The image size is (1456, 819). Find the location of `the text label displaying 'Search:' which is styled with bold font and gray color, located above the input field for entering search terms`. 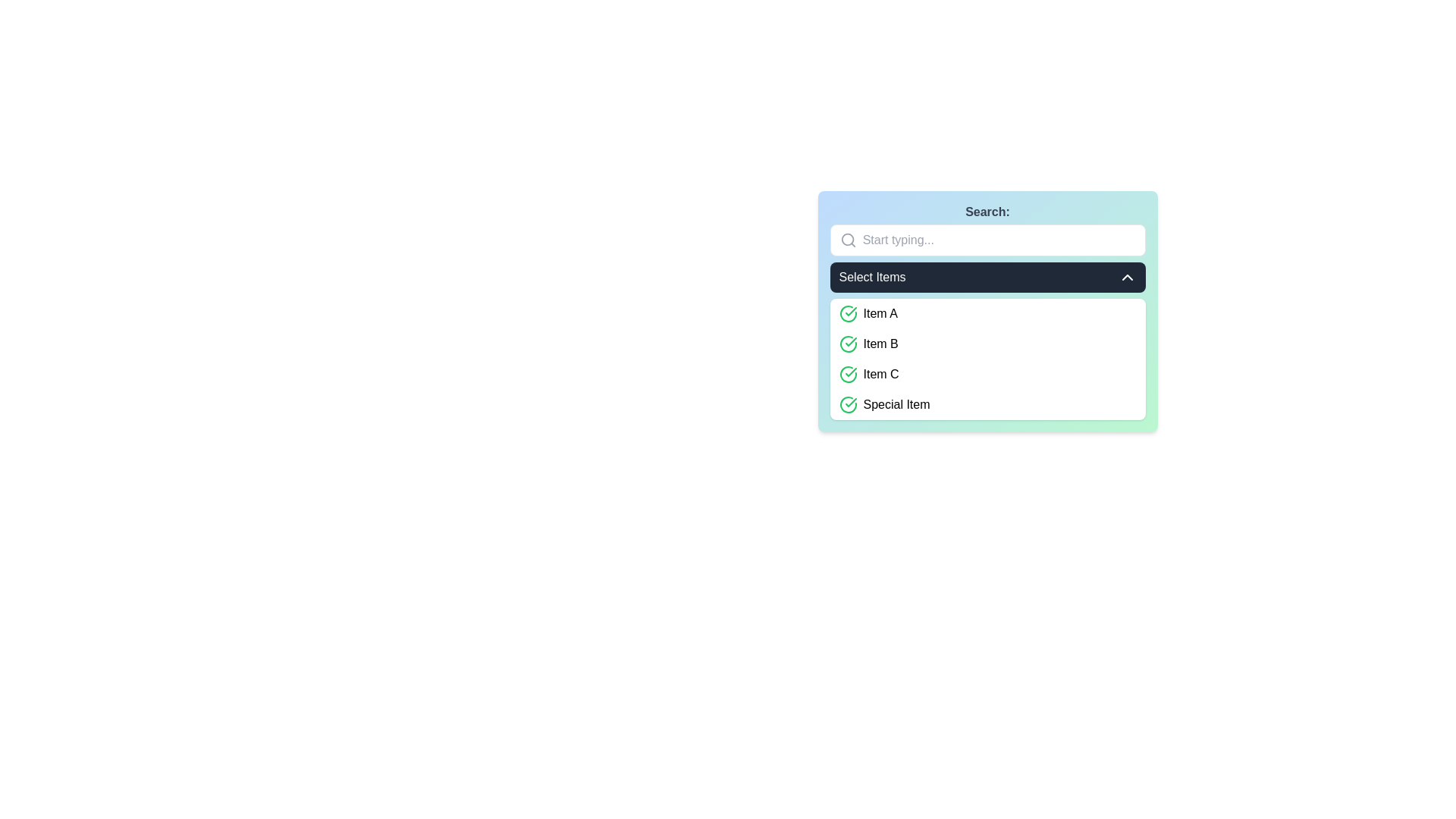

the text label displaying 'Search:' which is styled with bold font and gray color, located above the input field for entering search terms is located at coordinates (987, 212).